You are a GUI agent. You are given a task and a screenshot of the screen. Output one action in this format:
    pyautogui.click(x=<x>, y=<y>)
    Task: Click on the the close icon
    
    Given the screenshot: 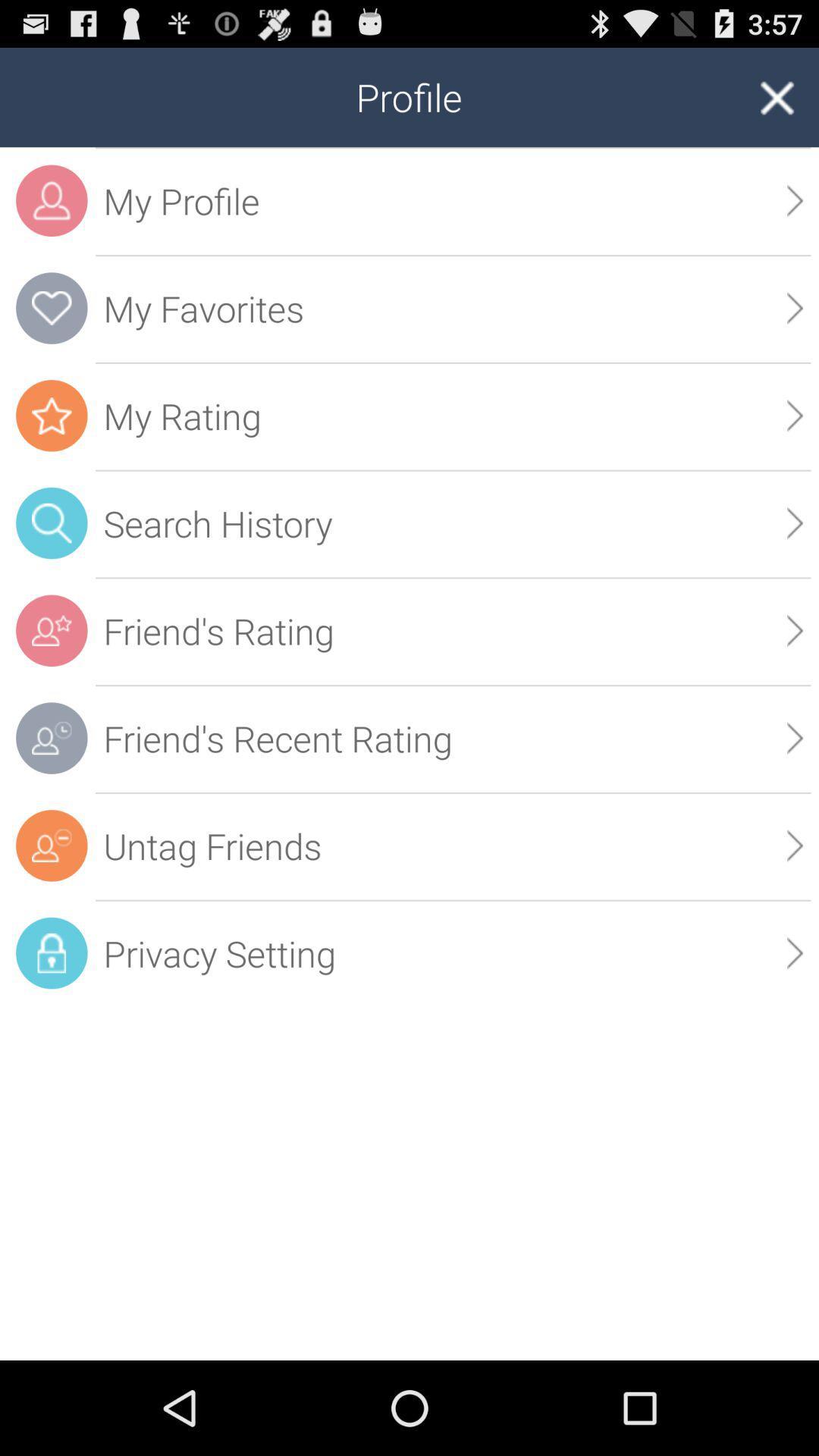 What is the action you would take?
    pyautogui.click(x=777, y=103)
    